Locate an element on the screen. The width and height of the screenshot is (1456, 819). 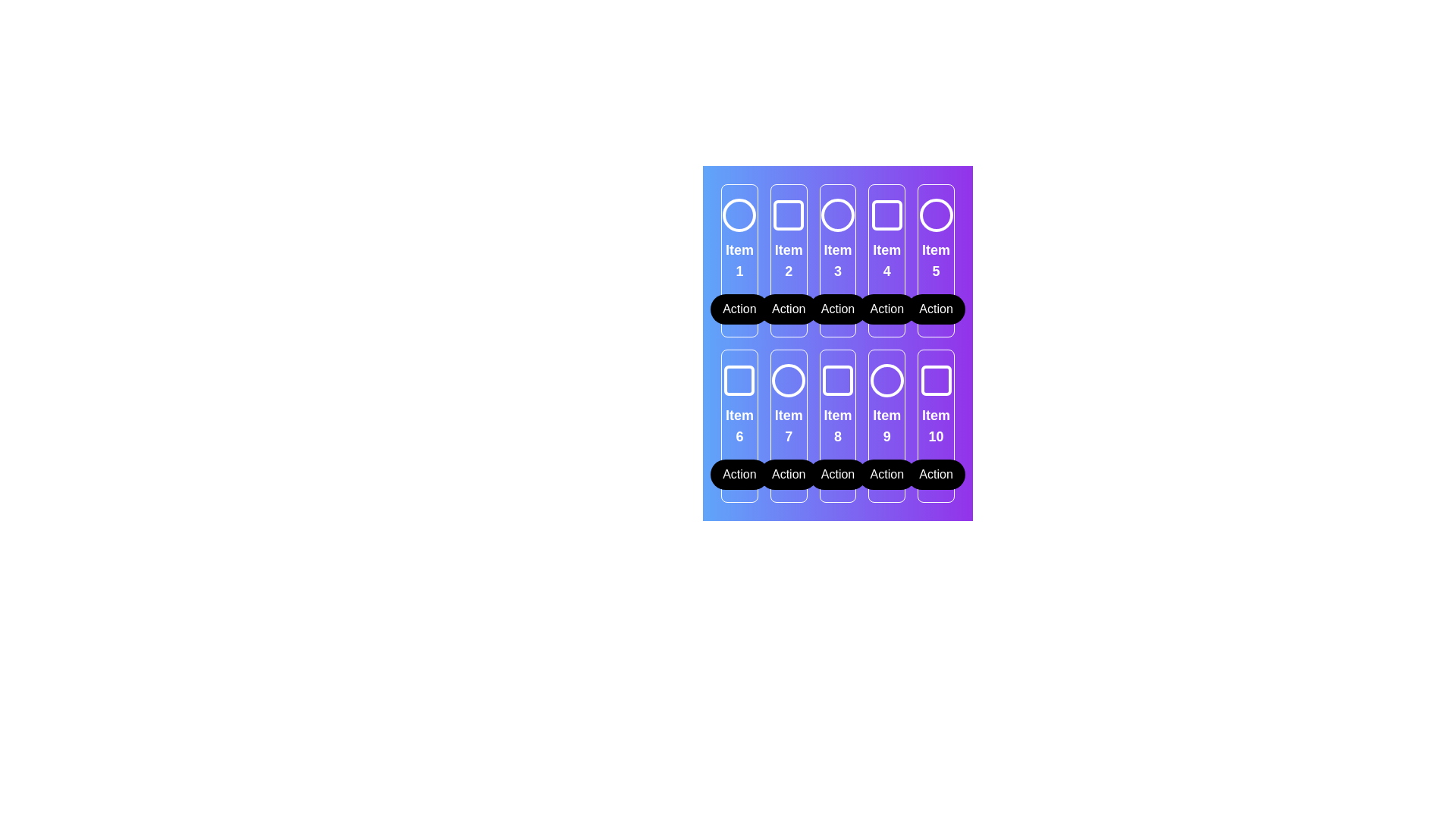
the item representation card located in the bottom row of the grid layout is located at coordinates (836, 426).